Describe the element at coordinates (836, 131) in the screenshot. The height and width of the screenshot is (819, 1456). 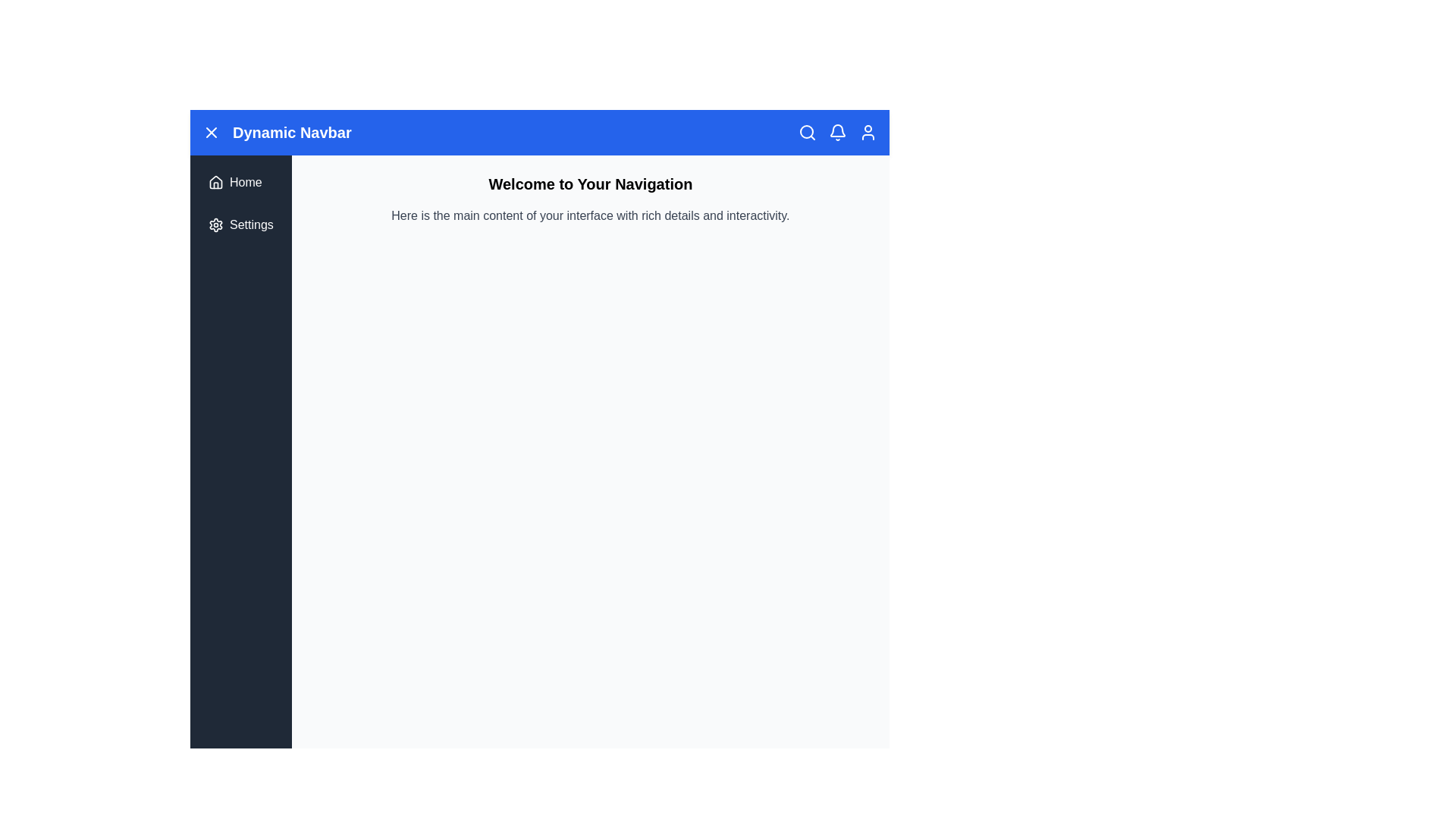
I see `the notification bell icon, which is styled in white color and located in the top-right navigation bar` at that location.